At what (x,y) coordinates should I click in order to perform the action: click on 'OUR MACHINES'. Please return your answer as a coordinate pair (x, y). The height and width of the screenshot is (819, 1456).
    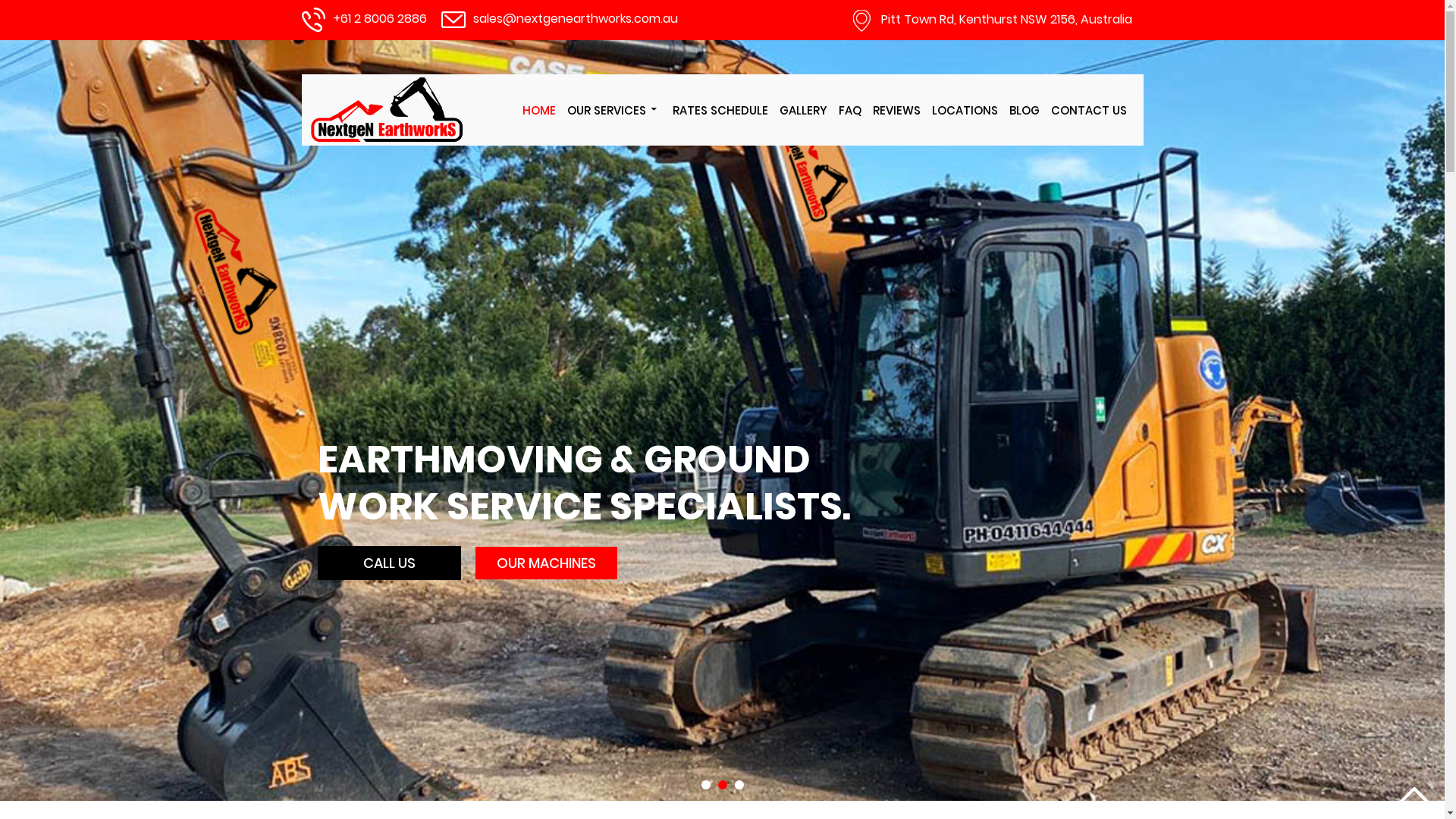
    Looking at the image, I should click on (546, 563).